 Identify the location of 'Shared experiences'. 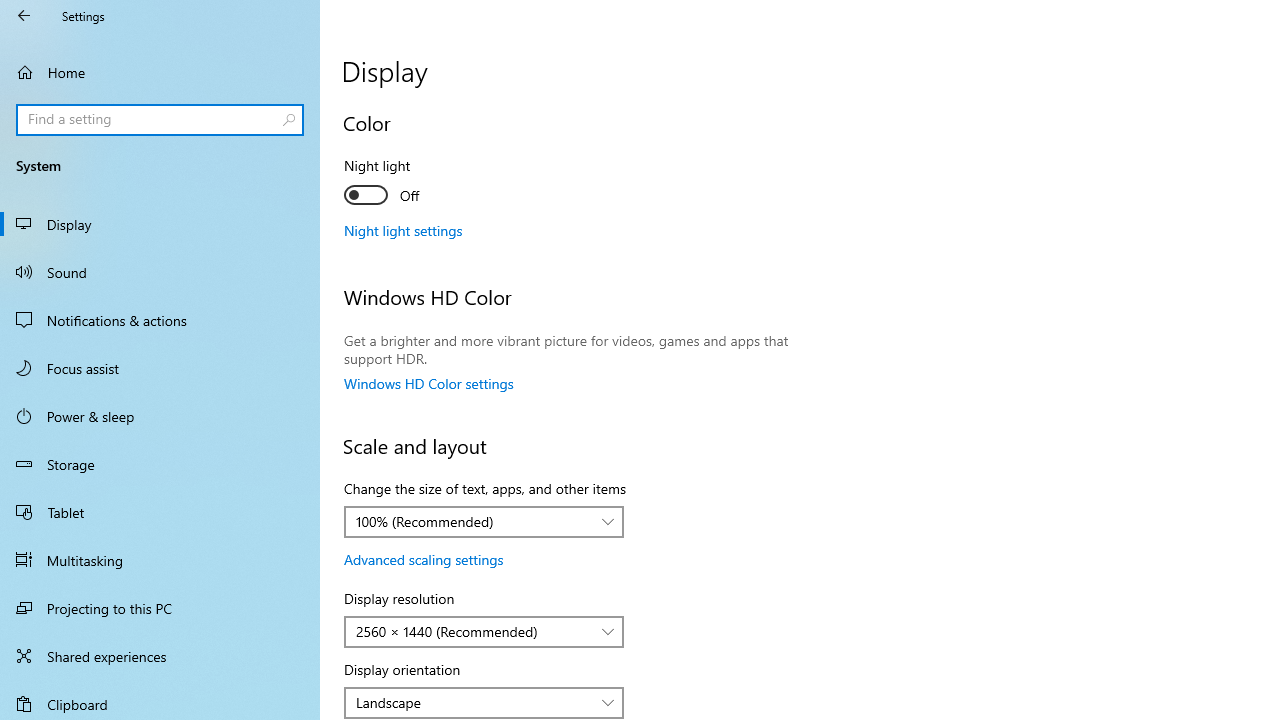
(160, 655).